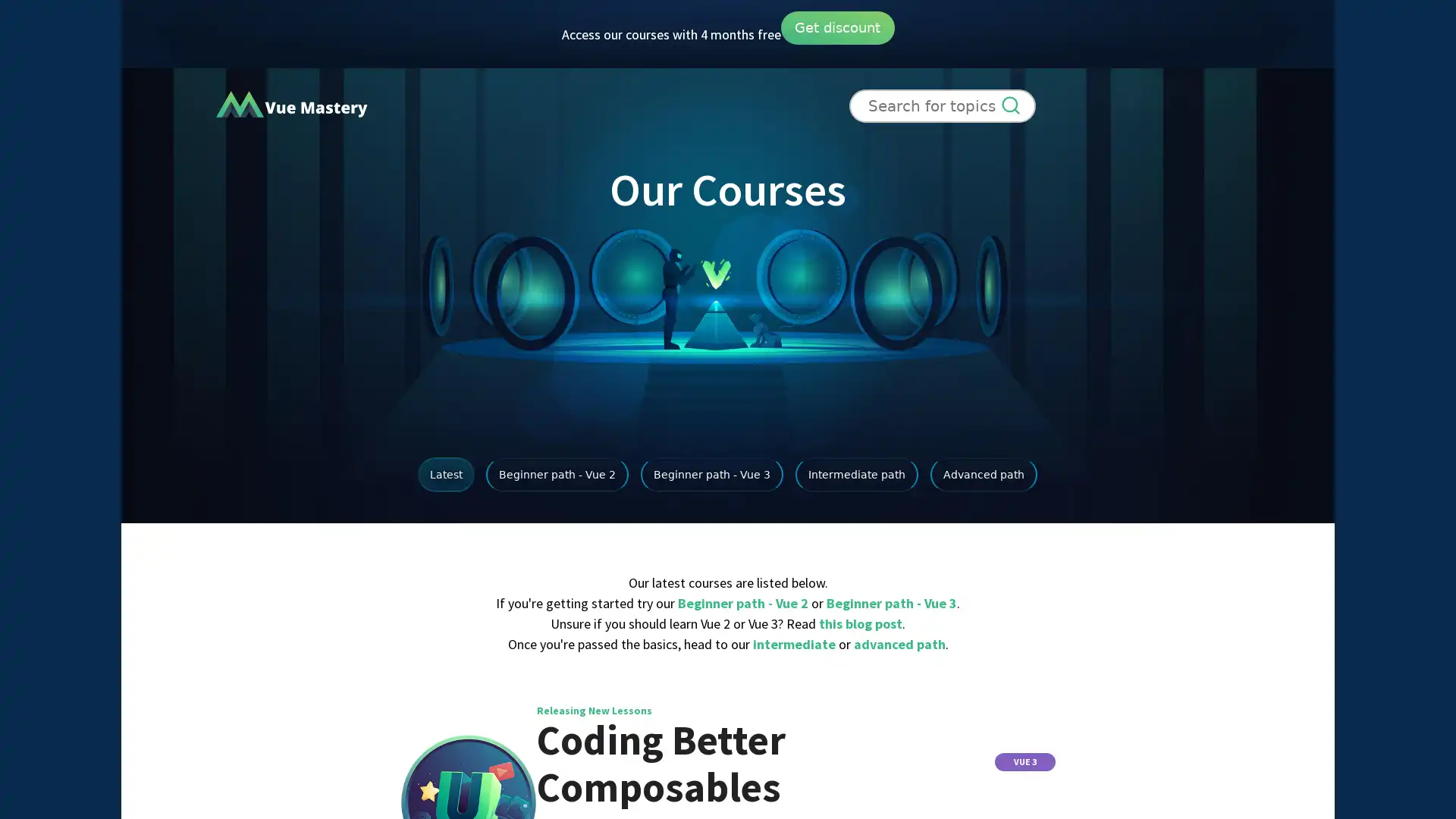 The height and width of the screenshot is (819, 1456). I want to click on Login, so click(1197, 105).